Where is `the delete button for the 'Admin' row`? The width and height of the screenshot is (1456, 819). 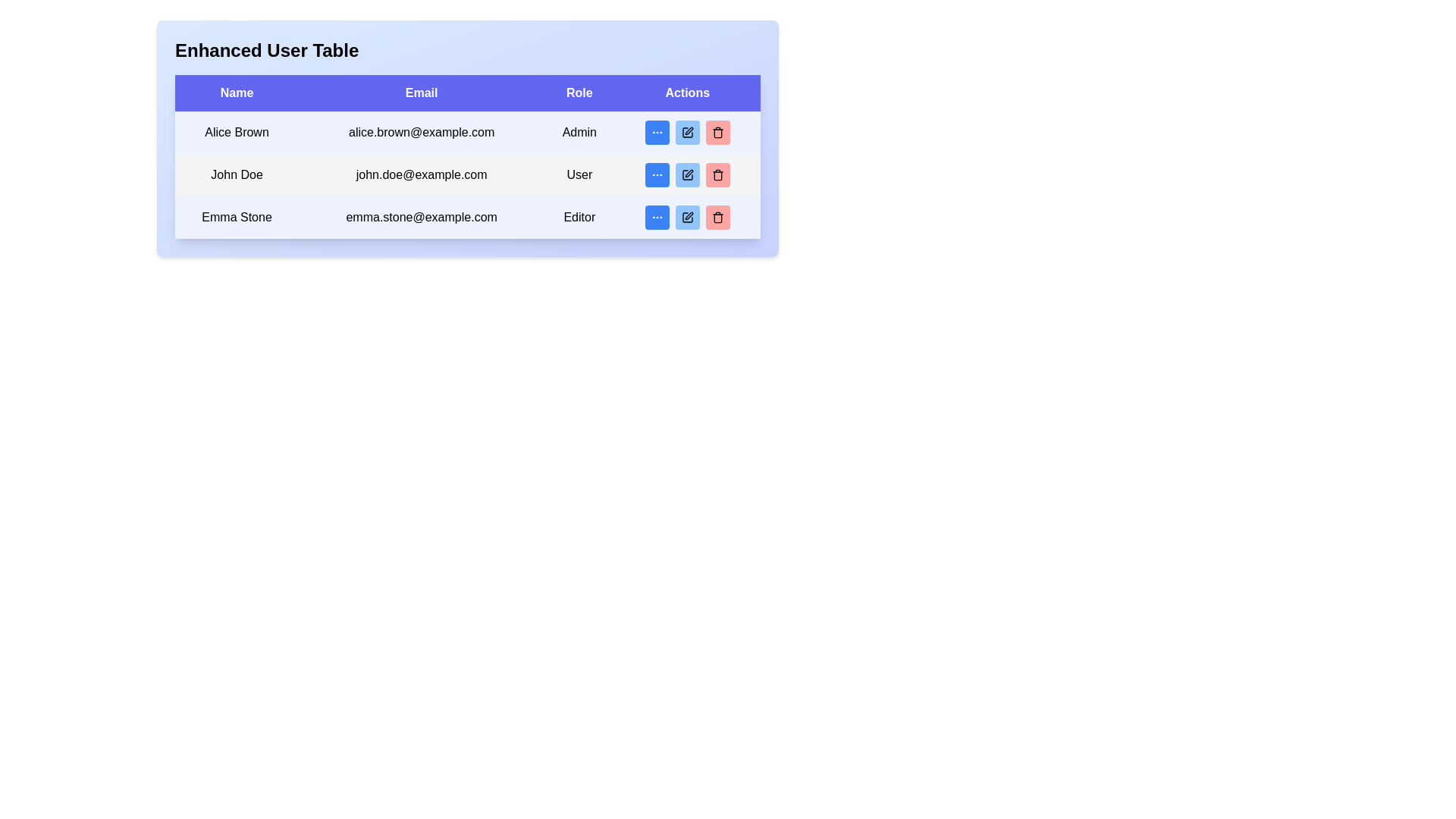 the delete button for the 'Admin' row is located at coordinates (717, 131).